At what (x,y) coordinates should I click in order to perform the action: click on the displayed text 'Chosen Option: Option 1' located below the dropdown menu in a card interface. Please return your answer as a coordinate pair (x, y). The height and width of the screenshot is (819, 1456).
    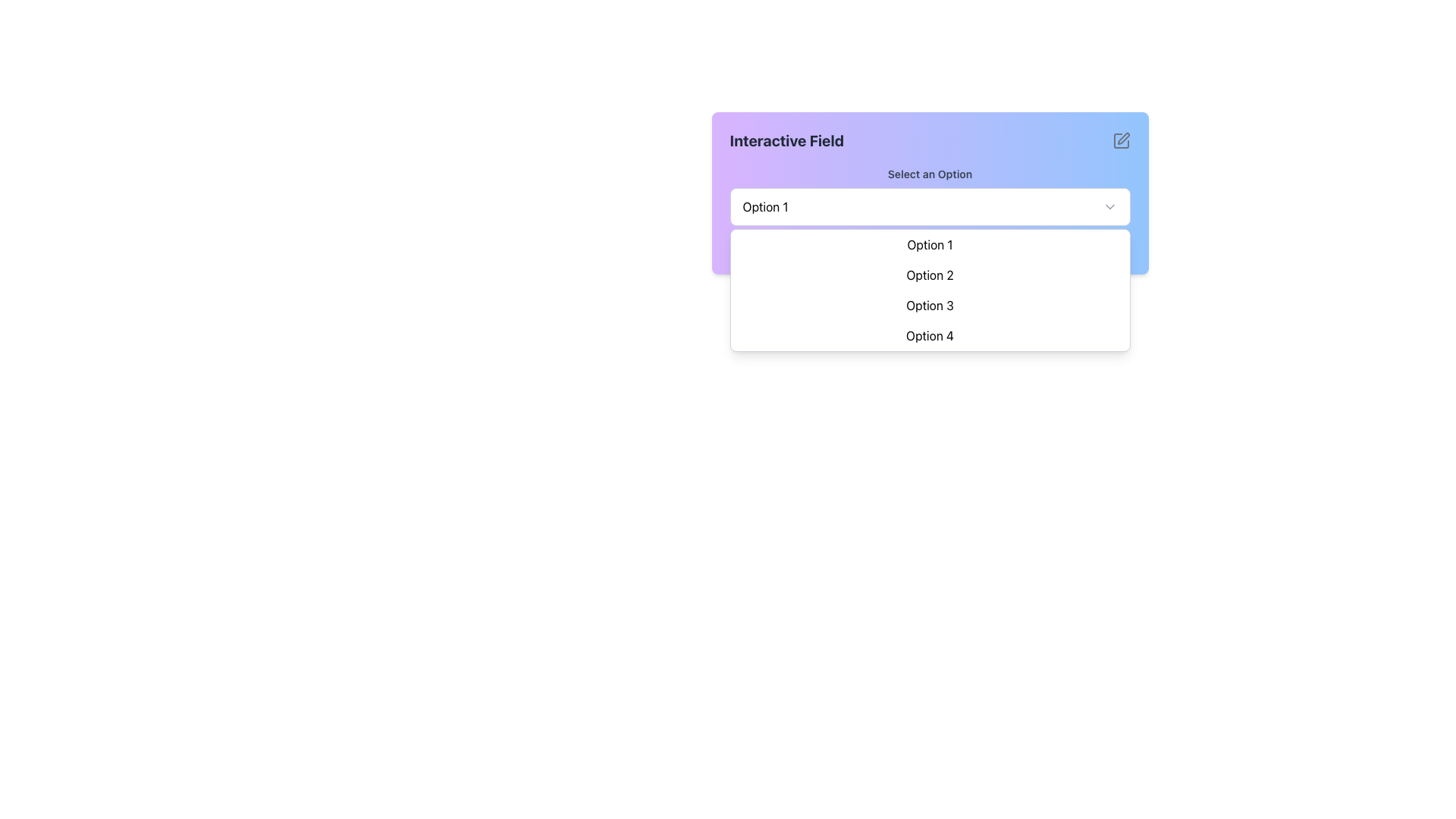
    Looking at the image, I should click on (929, 247).